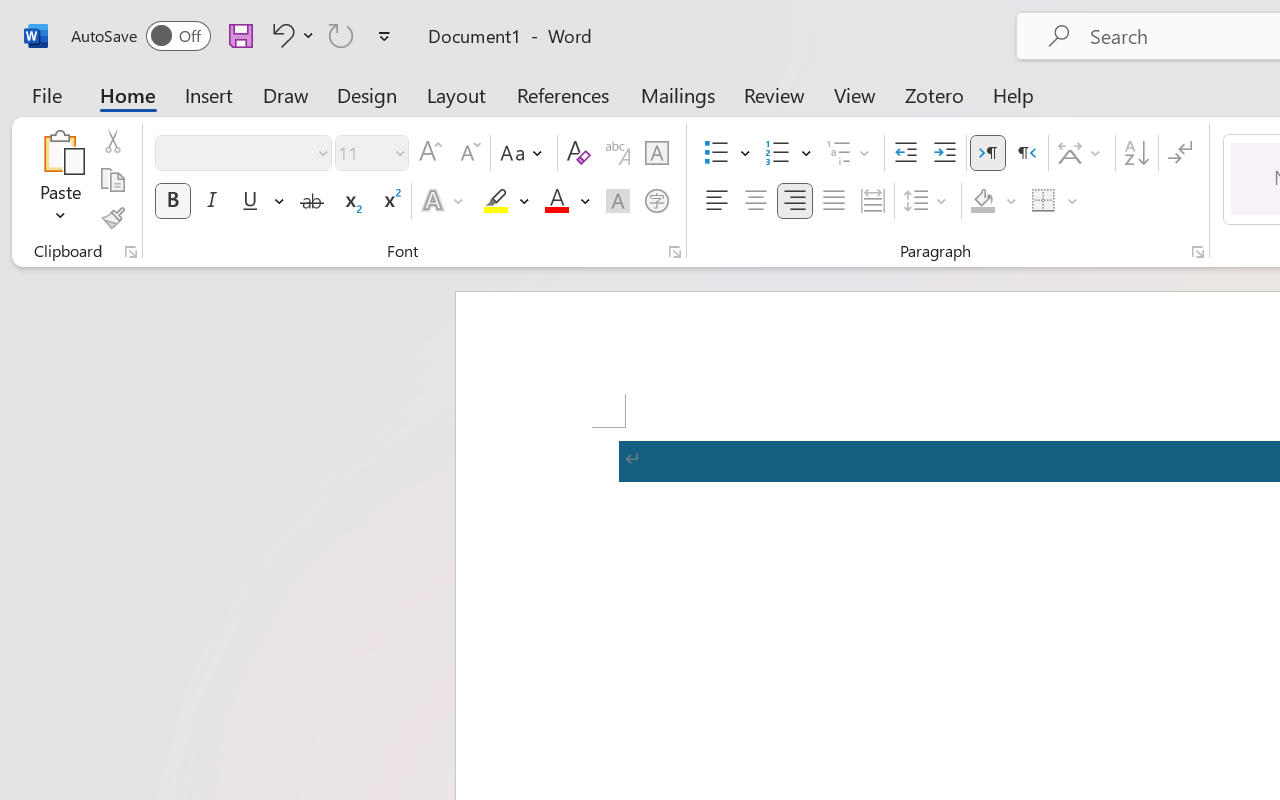 Image resolution: width=1280 pixels, height=800 pixels. What do you see at coordinates (496, 201) in the screenshot?
I see `'Text Highlight Color RGB(255, 255, 0)'` at bounding box center [496, 201].